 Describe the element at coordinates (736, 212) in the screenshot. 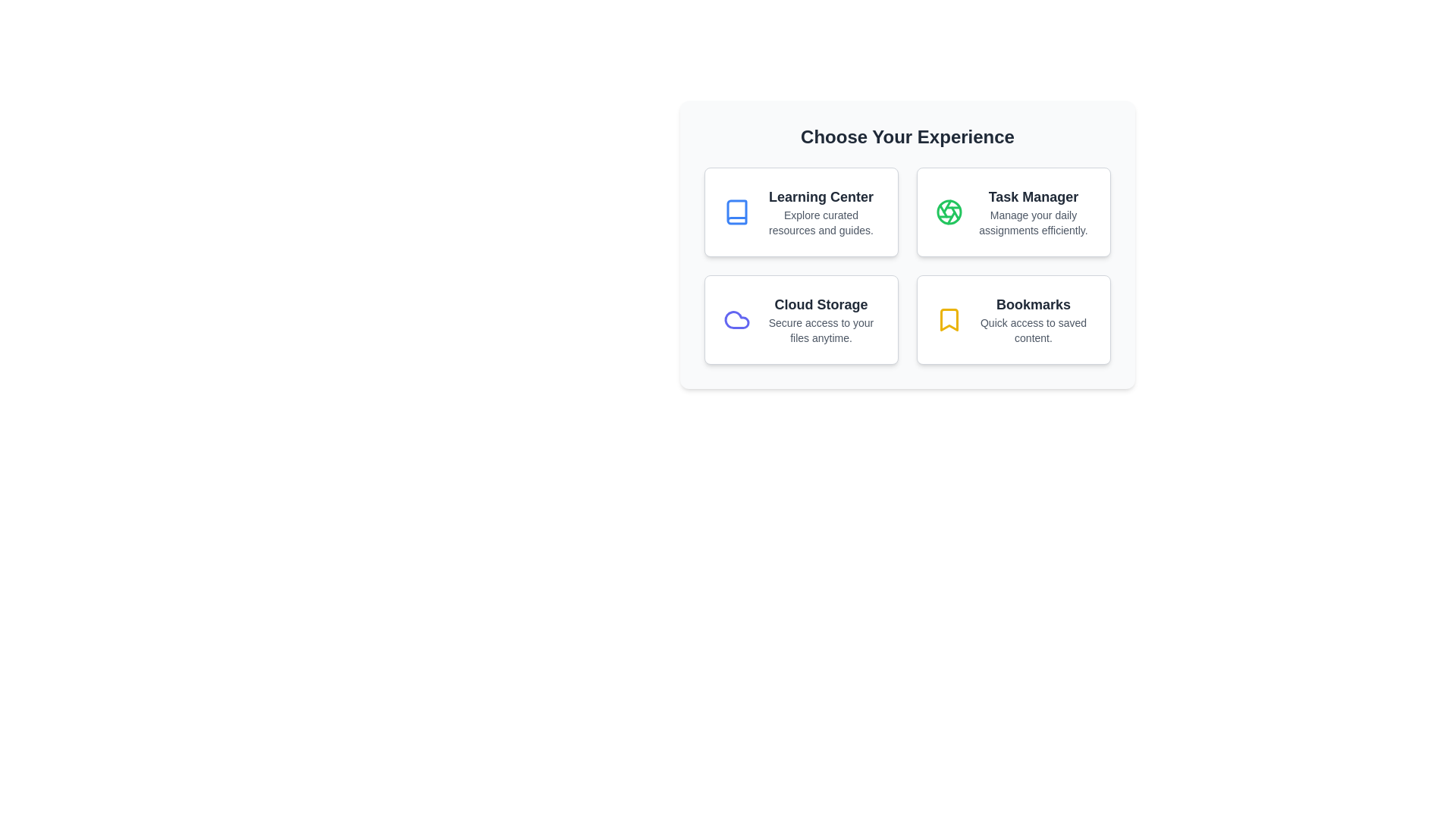

I see `the 'Learning Center' icon located in the upper-left card under 'Choose Your Experience', which is centrally positioned above the text content` at that location.